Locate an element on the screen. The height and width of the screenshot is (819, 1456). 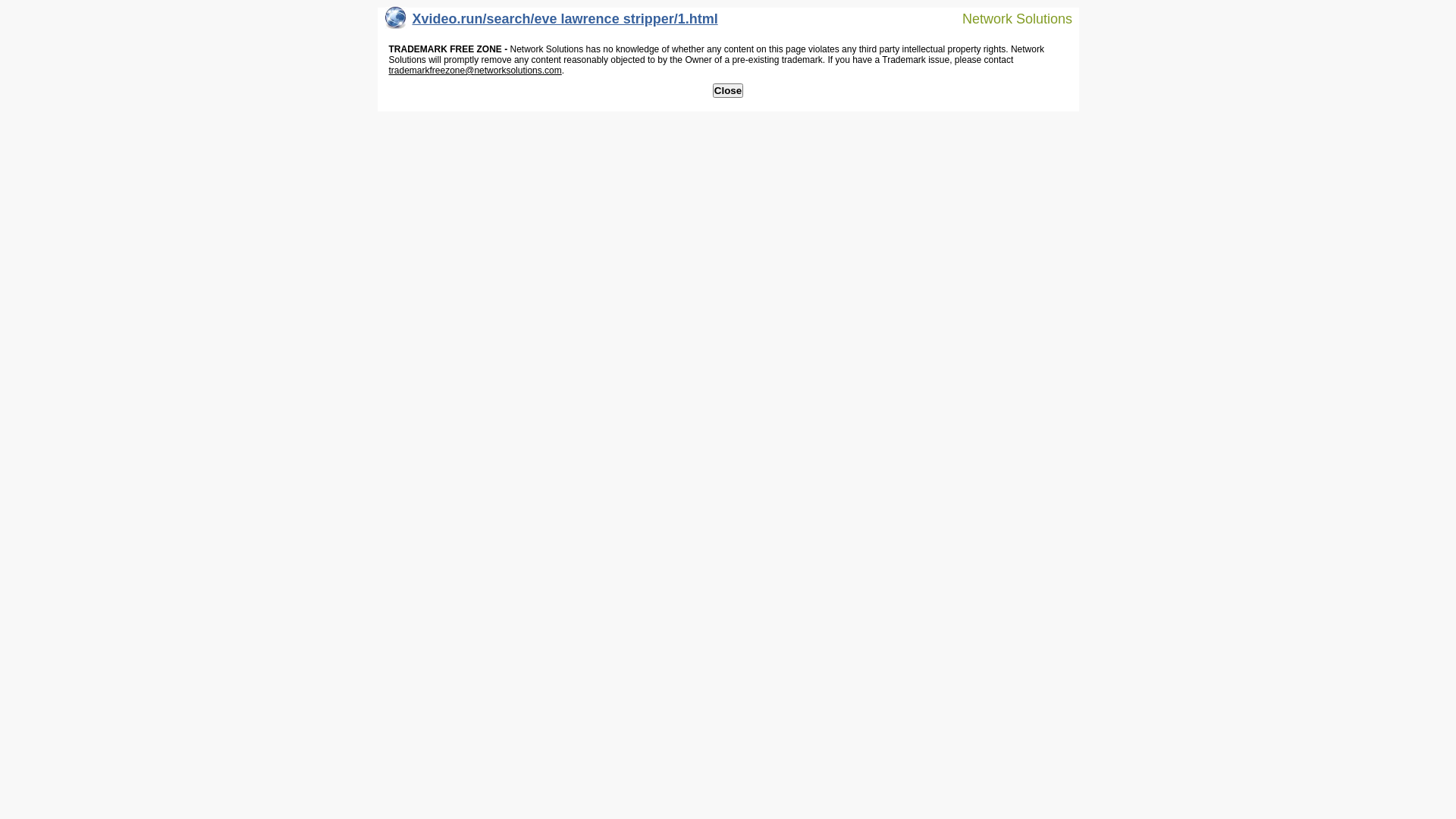
'trademarkfreezone@networksolutions.com' is located at coordinates (473, 70).